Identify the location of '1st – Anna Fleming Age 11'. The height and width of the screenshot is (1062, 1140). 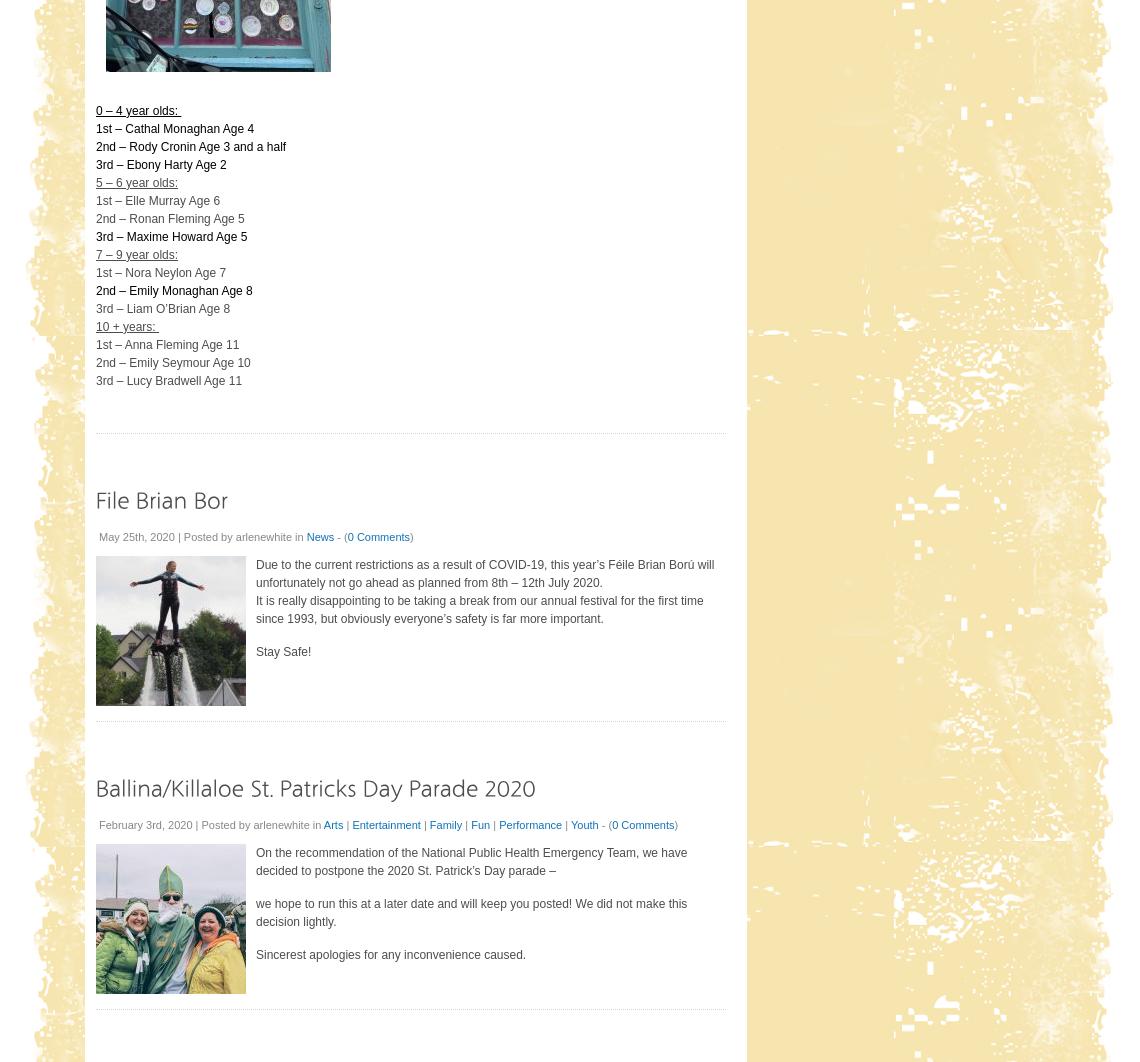
(167, 342).